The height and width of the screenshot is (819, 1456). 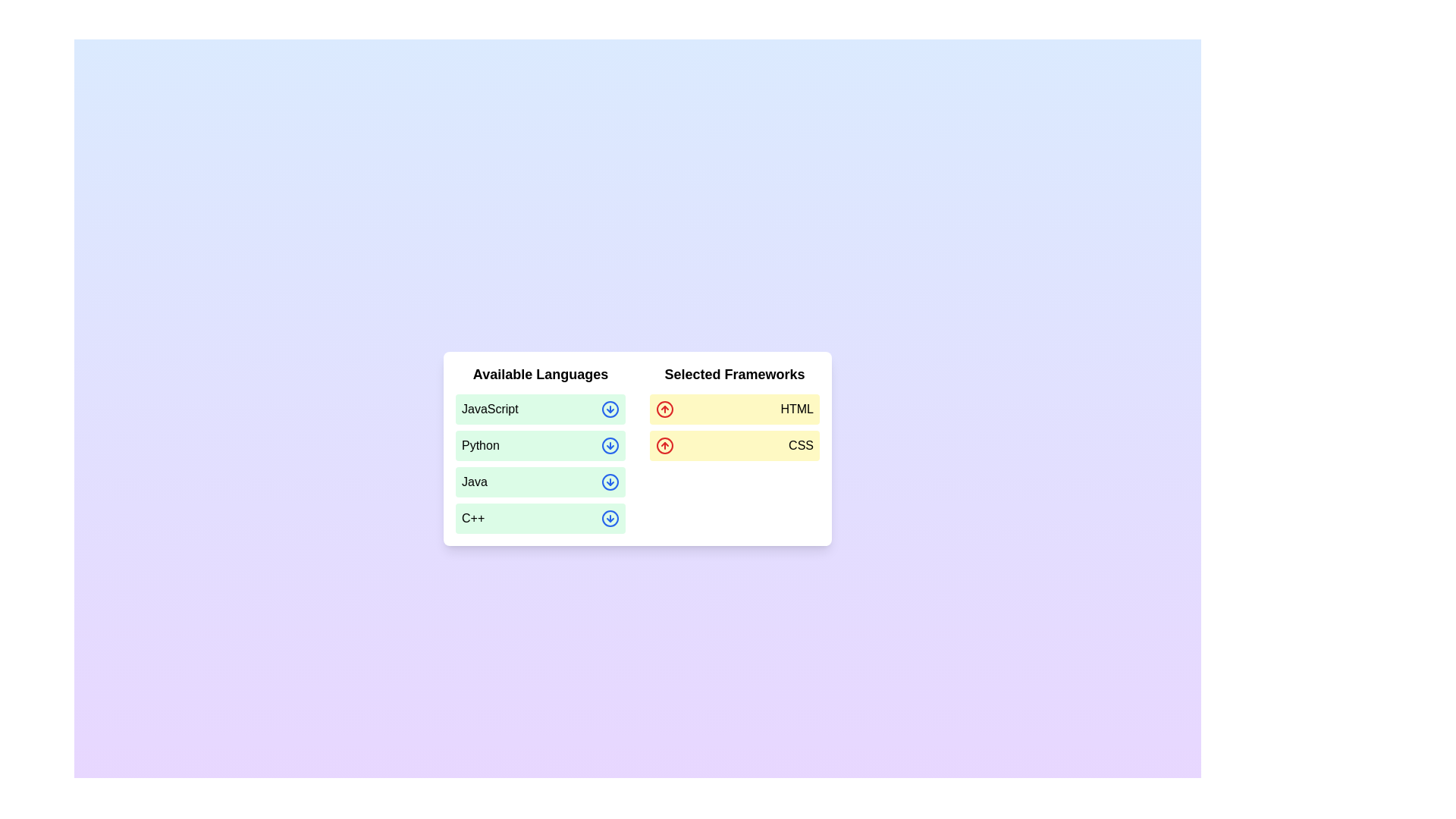 What do you see at coordinates (610, 444) in the screenshot?
I see `arrow-down icon next to the language Python in the 'Available Languages' list to move it to the 'Selected Frameworks' list` at bounding box center [610, 444].